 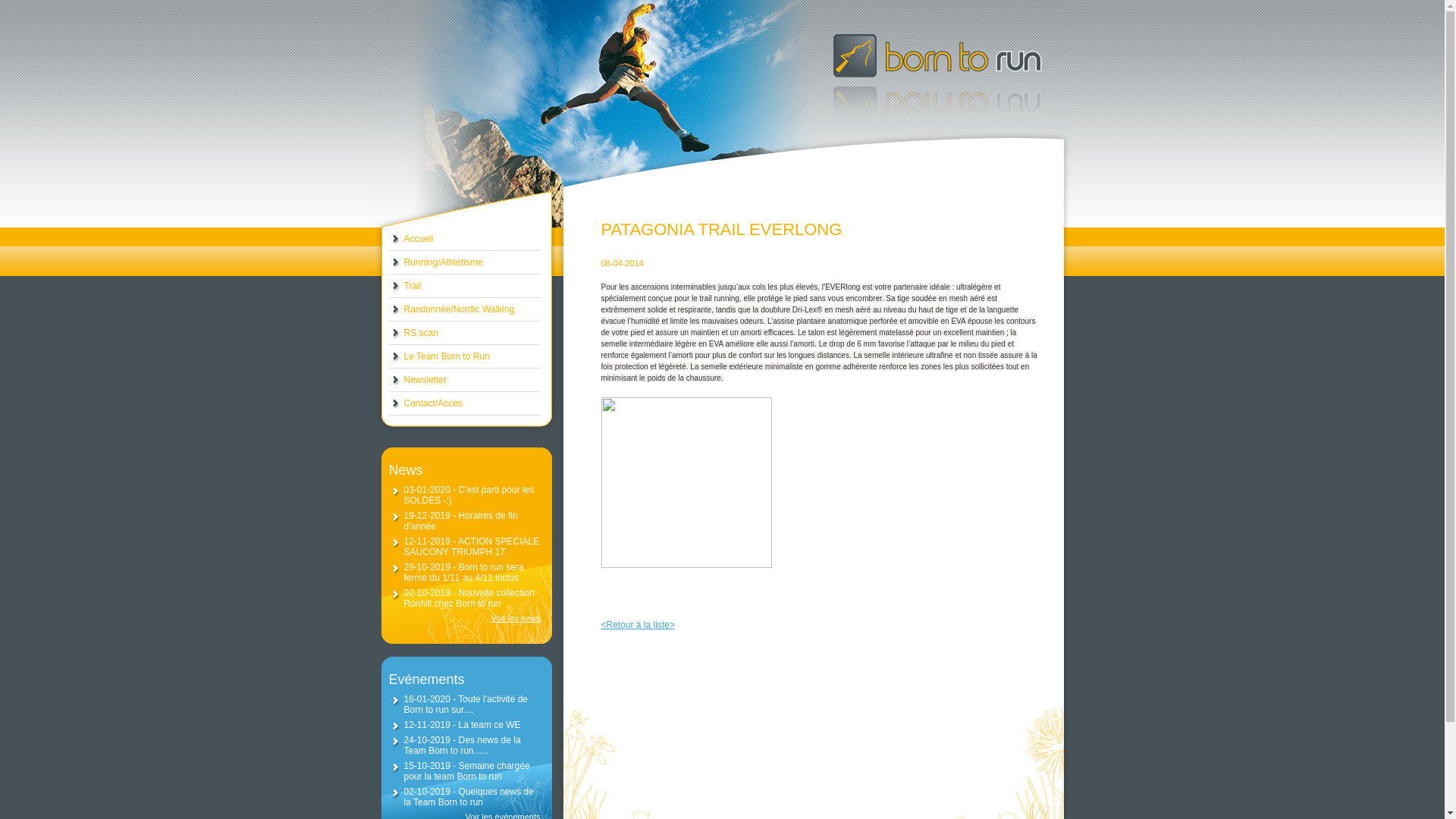 I want to click on 'Le Team Born to Run', so click(x=463, y=356).